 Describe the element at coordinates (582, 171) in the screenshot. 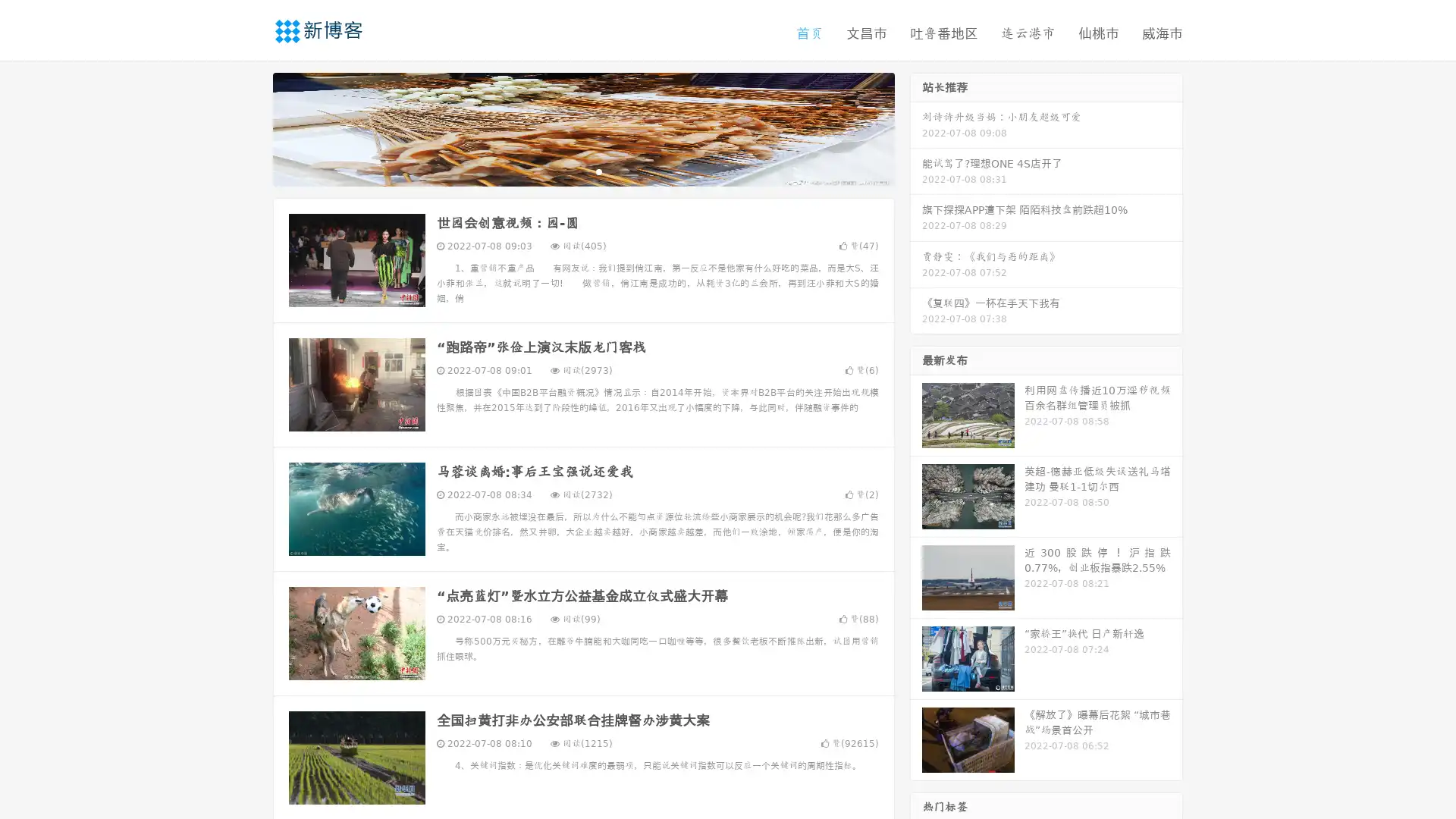

I see `Go to slide 2` at that location.